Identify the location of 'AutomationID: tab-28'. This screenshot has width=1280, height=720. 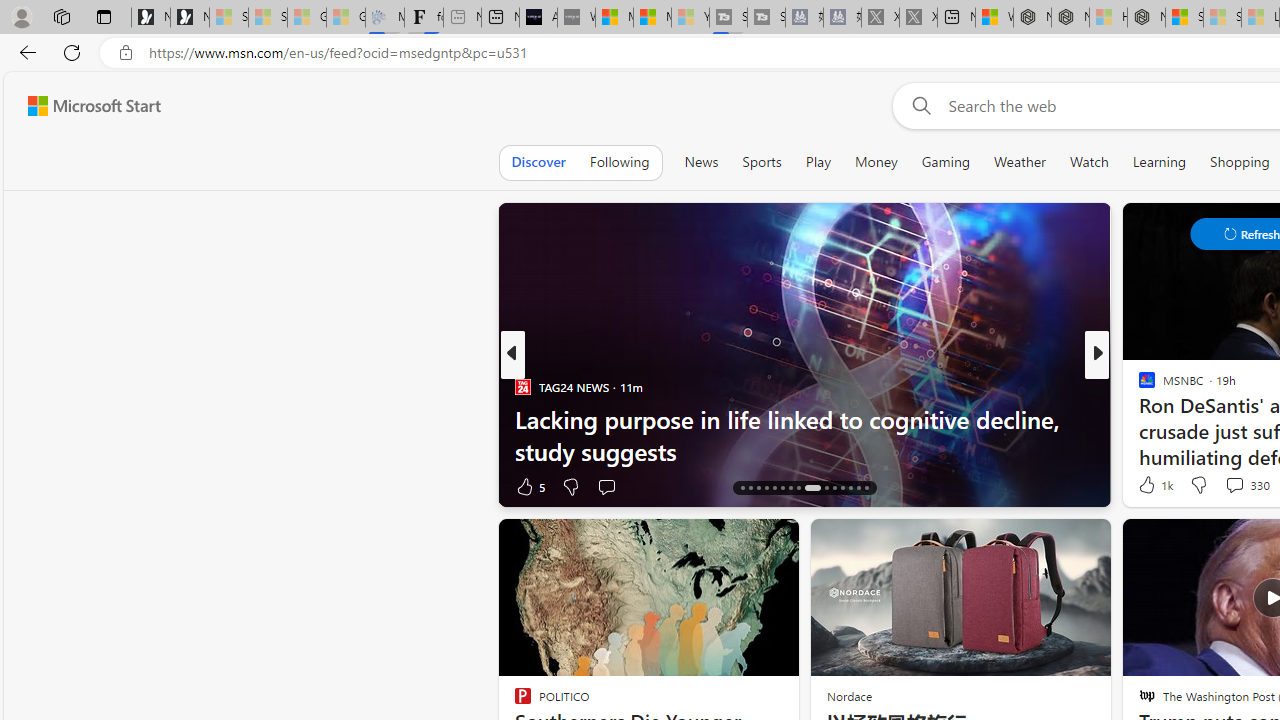
(850, 488).